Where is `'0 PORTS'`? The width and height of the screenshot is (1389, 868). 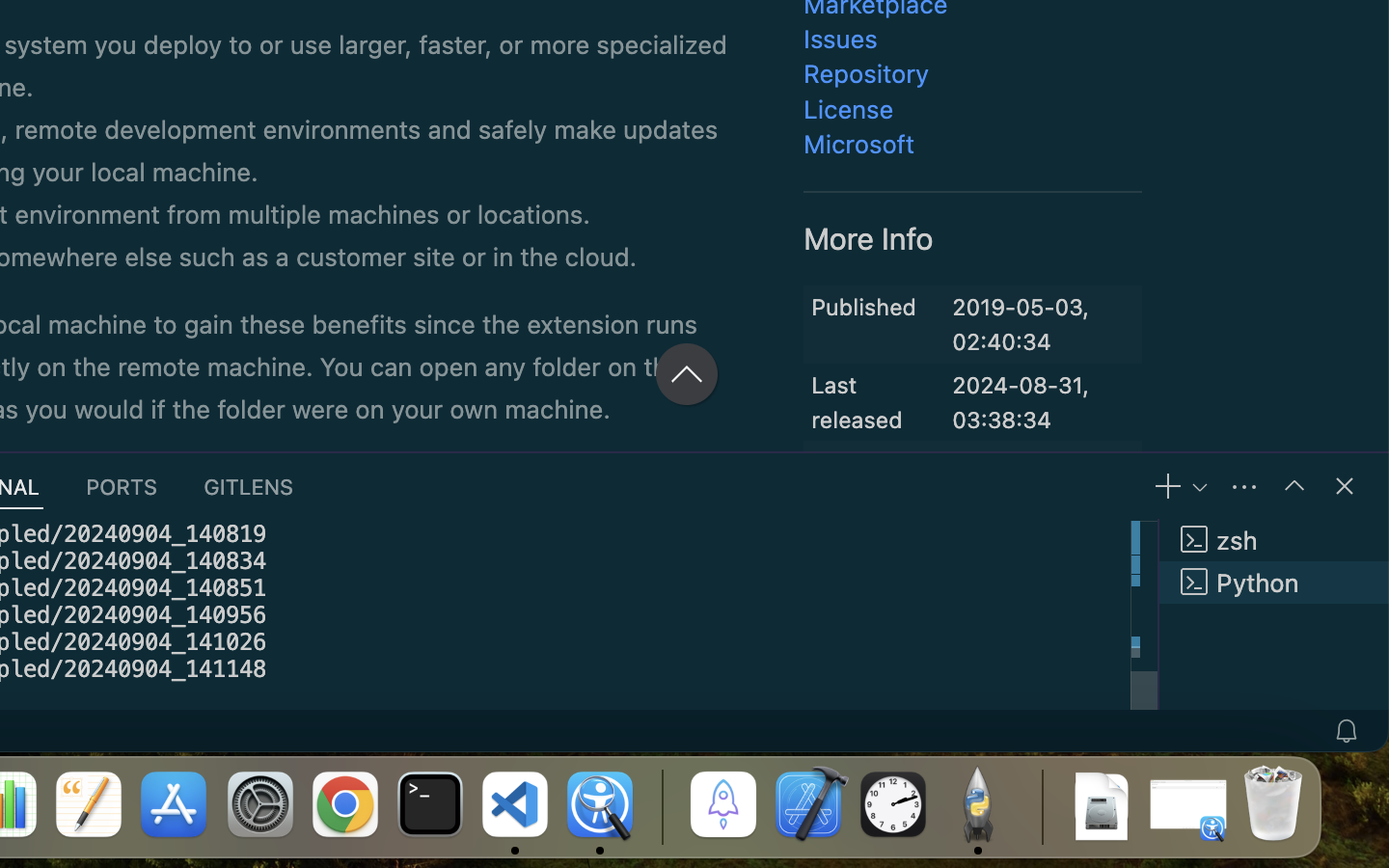
'0 PORTS' is located at coordinates (122, 485).